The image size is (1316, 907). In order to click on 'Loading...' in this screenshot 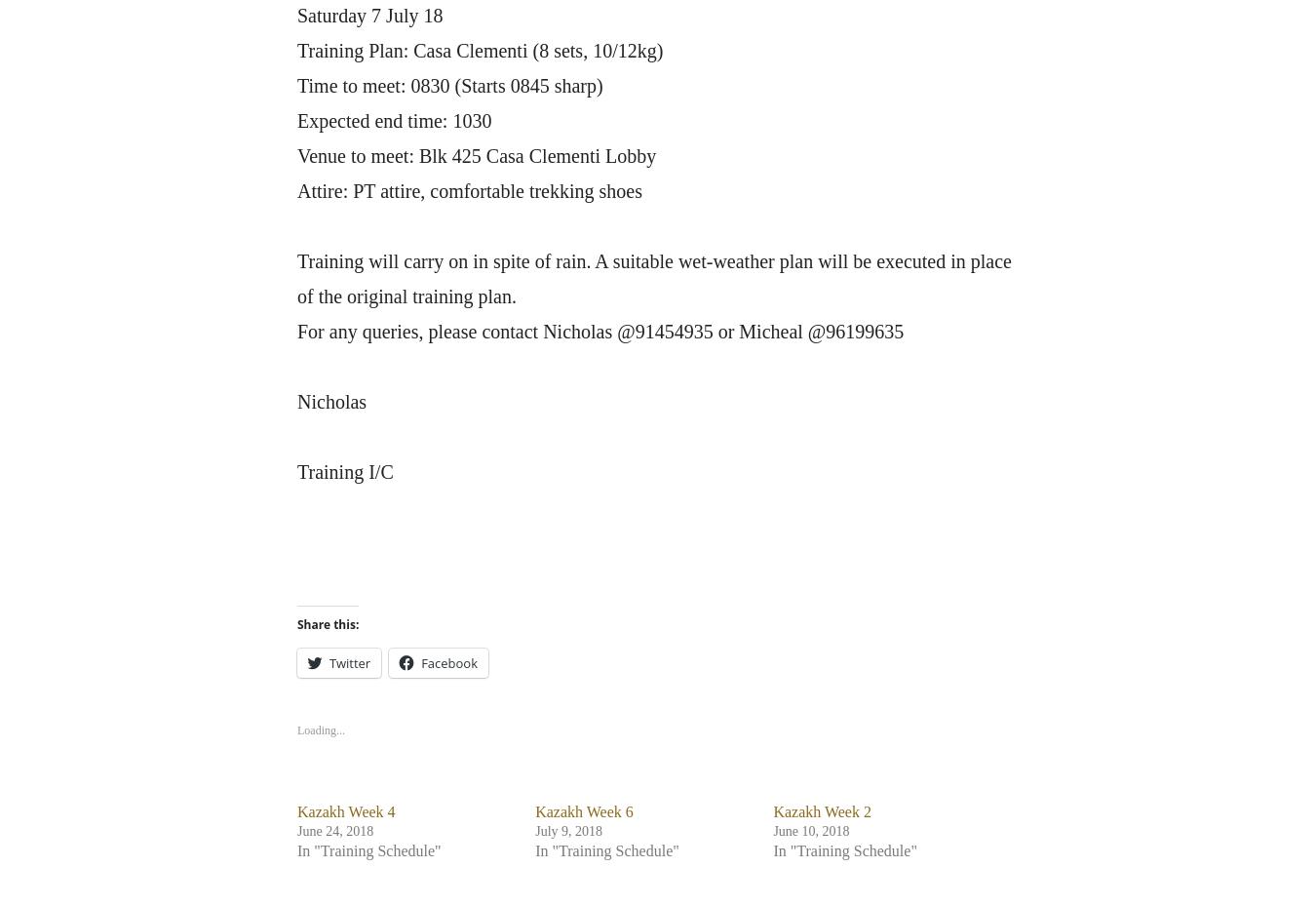, I will do `click(320, 730)`.